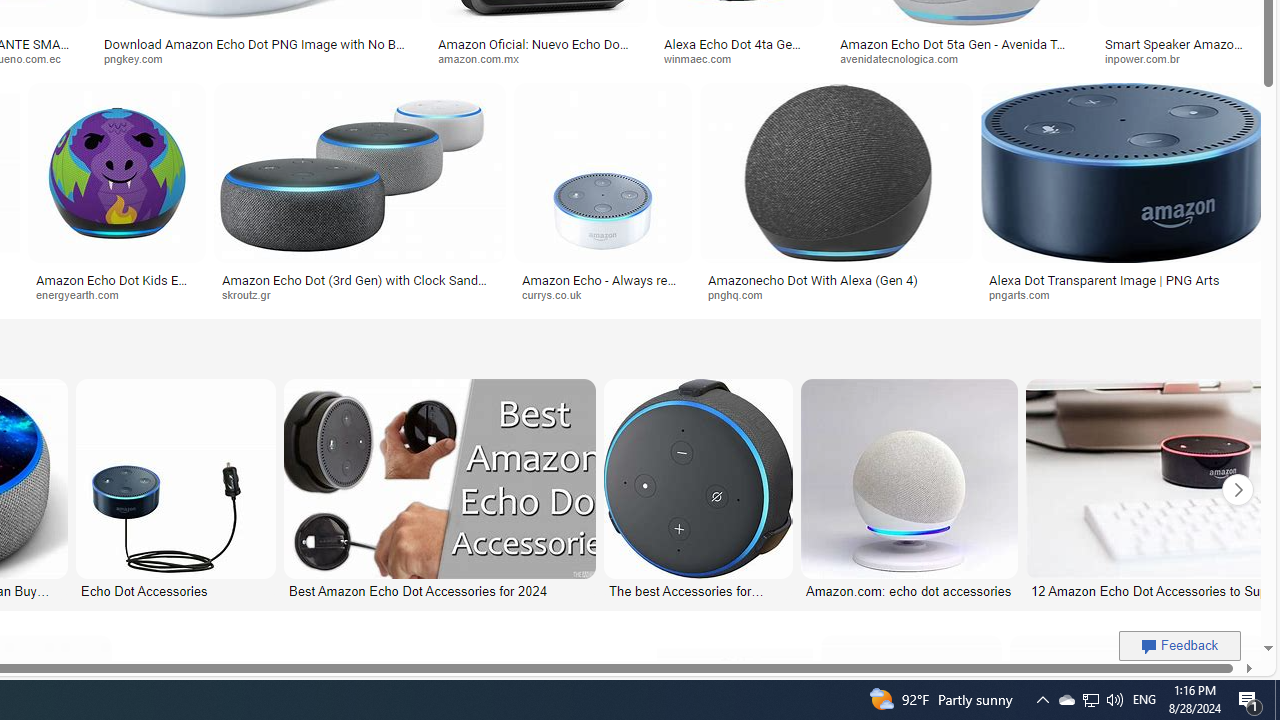  What do you see at coordinates (1123, 171) in the screenshot?
I see `'Image result for Amazon Echo Dot PNG'` at bounding box center [1123, 171].